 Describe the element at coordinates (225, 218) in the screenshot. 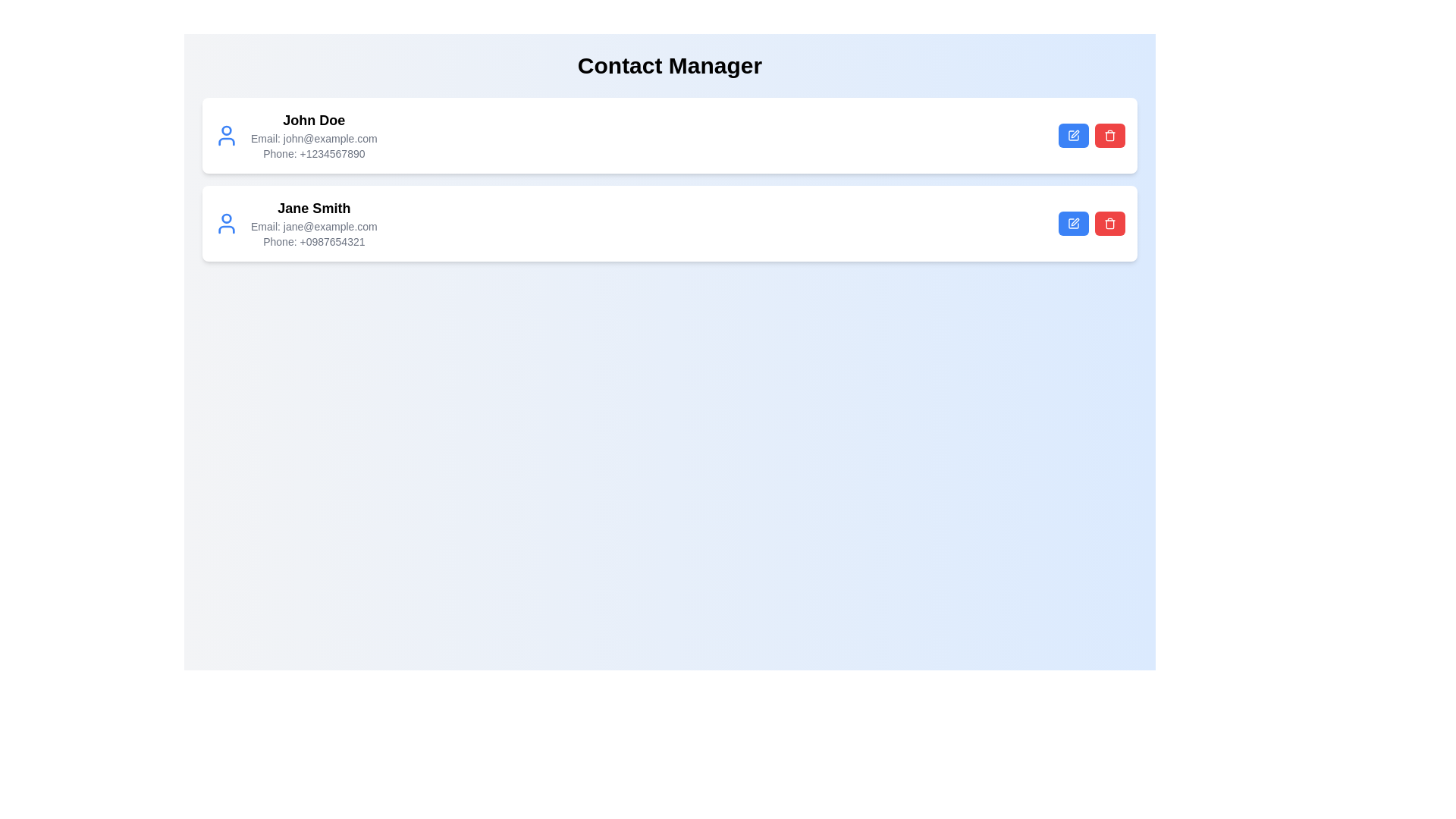

I see `circular head element of the user icon represented in the SVG for 'Jane Smith' using the browser developer tools` at that location.